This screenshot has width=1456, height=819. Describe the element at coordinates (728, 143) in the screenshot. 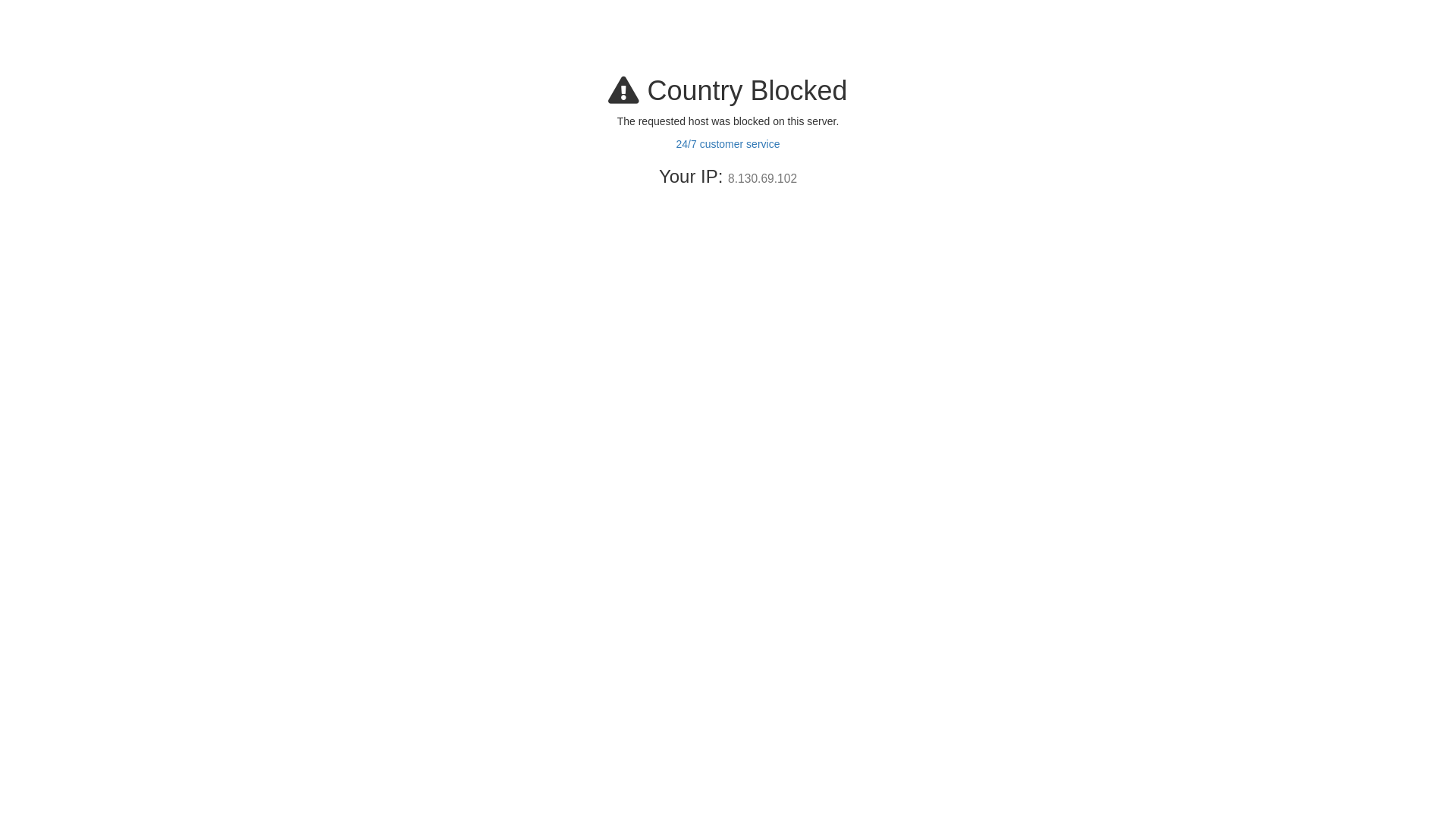

I see `'24/7 customer service'` at that location.